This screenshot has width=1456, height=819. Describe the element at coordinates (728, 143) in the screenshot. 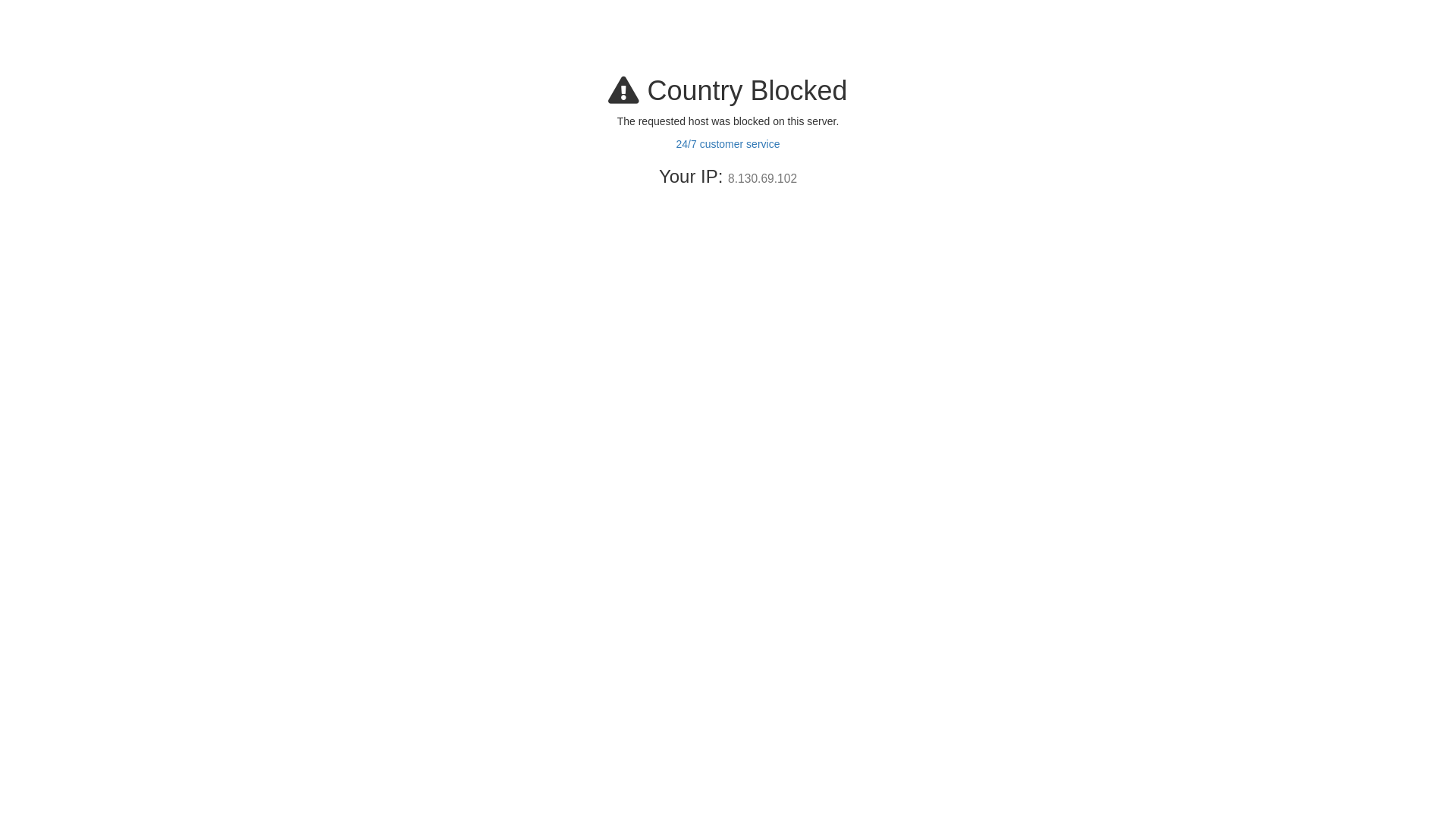

I see `'24/7 customer service'` at that location.